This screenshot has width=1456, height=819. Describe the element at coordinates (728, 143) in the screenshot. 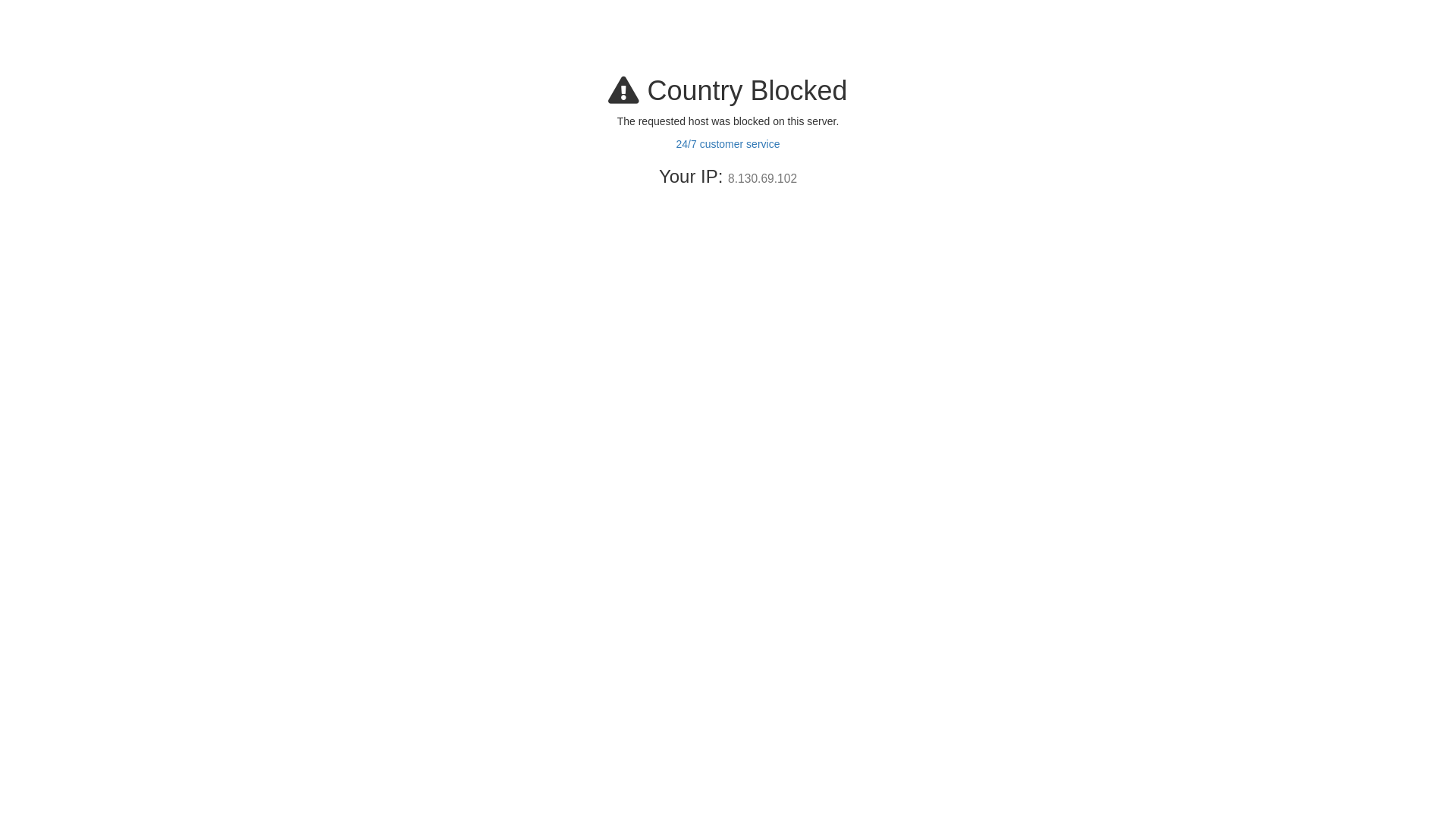

I see `'24/7 customer service'` at that location.